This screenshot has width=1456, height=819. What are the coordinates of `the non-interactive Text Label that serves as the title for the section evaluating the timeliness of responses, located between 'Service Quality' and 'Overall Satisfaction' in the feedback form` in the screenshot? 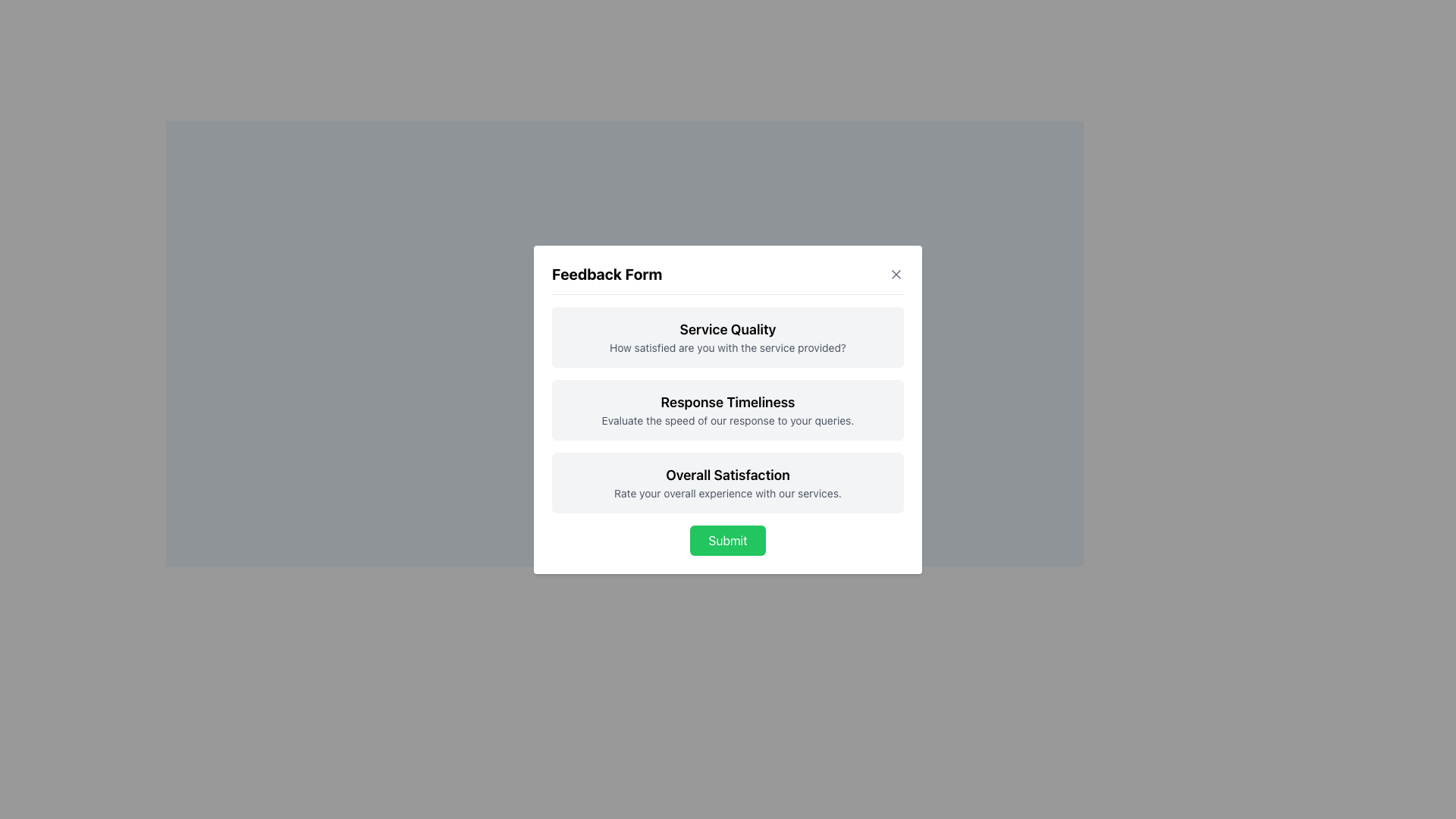 It's located at (728, 400).